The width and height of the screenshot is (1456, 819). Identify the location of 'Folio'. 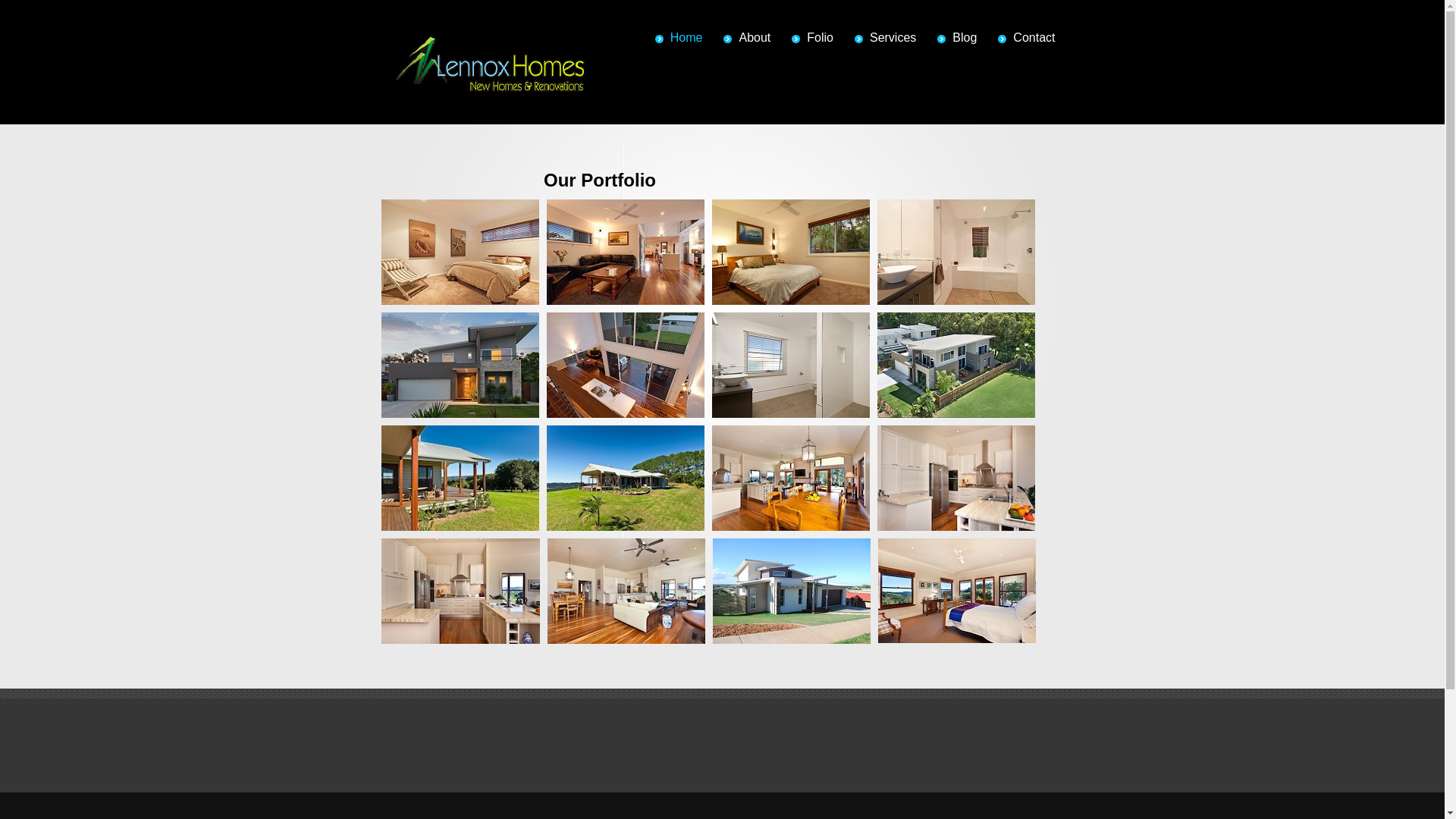
(811, 37).